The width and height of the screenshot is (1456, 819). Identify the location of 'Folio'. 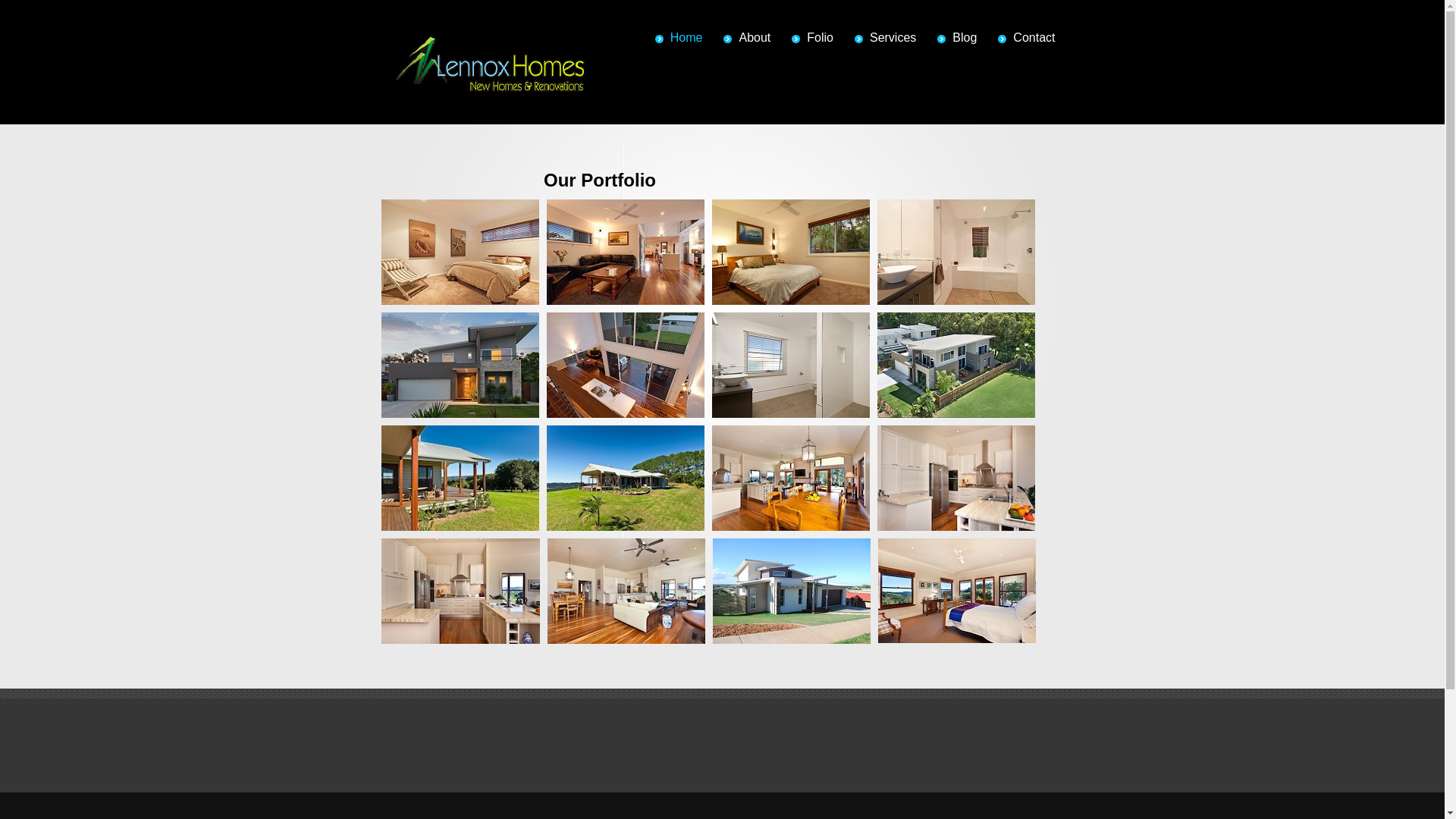
(811, 37).